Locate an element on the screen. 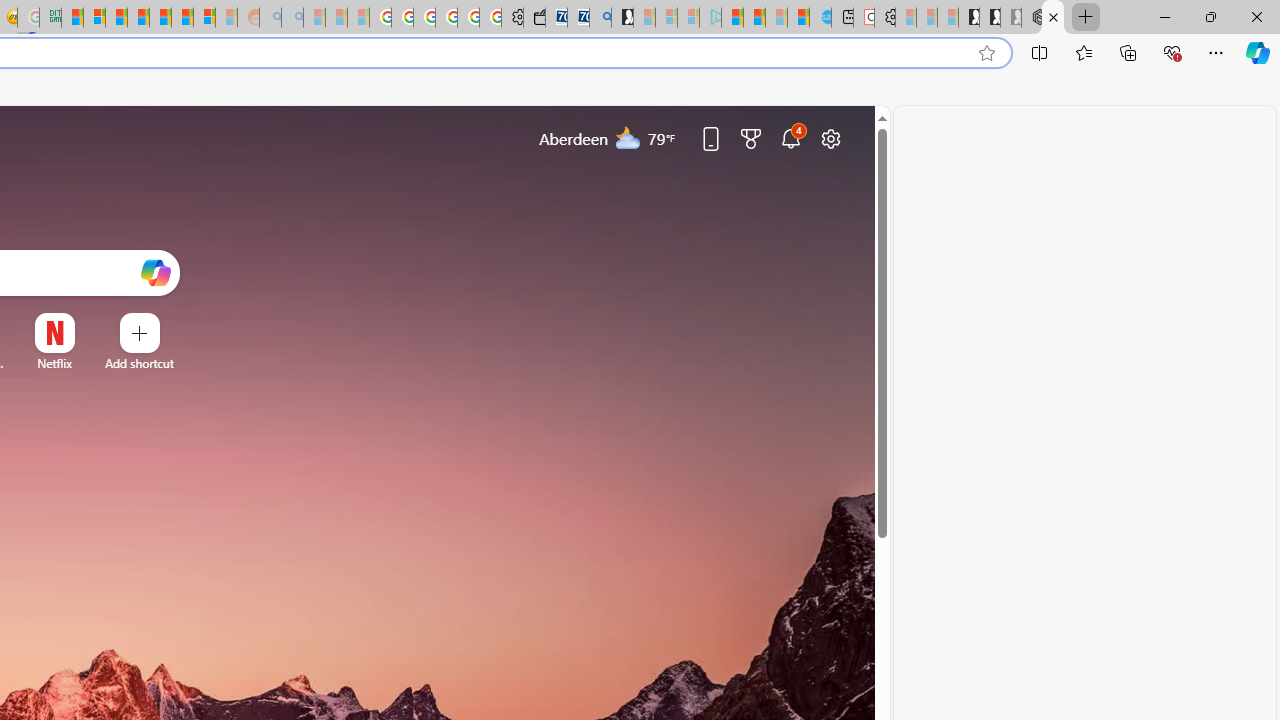  'Add a site' is located at coordinates (138, 363).